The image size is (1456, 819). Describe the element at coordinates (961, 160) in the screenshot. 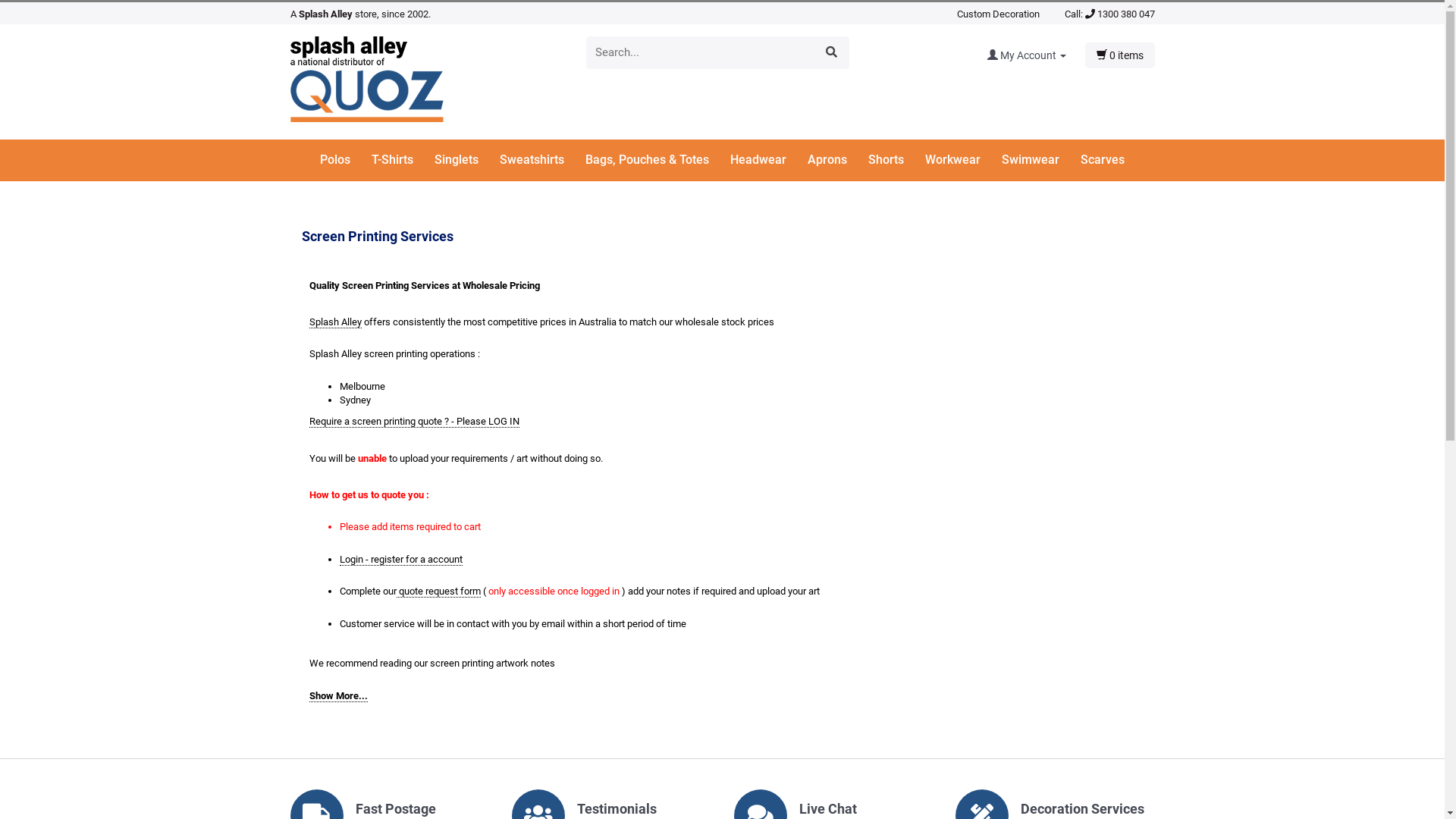

I see `'Workwear'` at that location.